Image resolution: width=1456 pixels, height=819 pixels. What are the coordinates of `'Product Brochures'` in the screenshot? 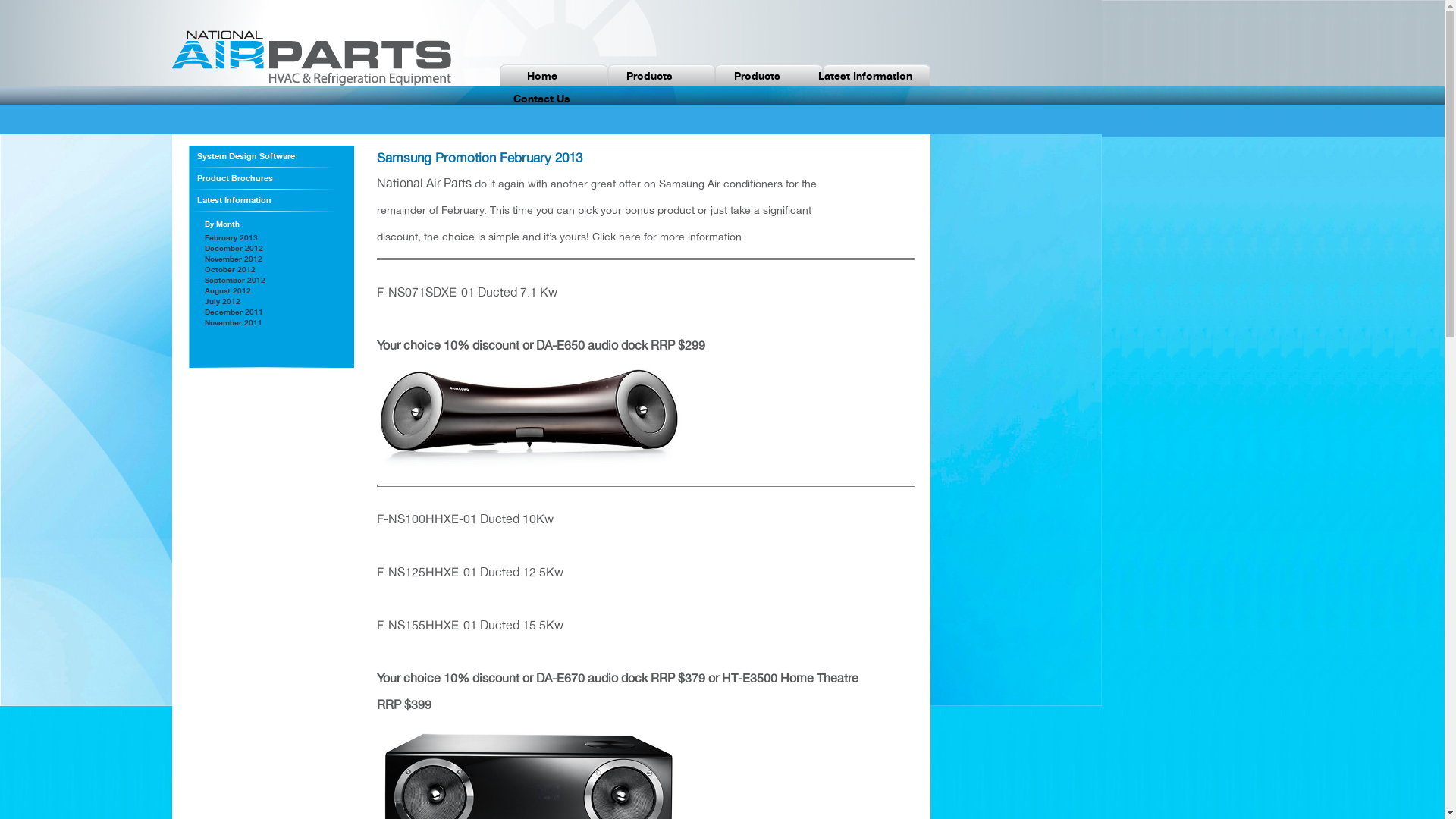 It's located at (271, 177).